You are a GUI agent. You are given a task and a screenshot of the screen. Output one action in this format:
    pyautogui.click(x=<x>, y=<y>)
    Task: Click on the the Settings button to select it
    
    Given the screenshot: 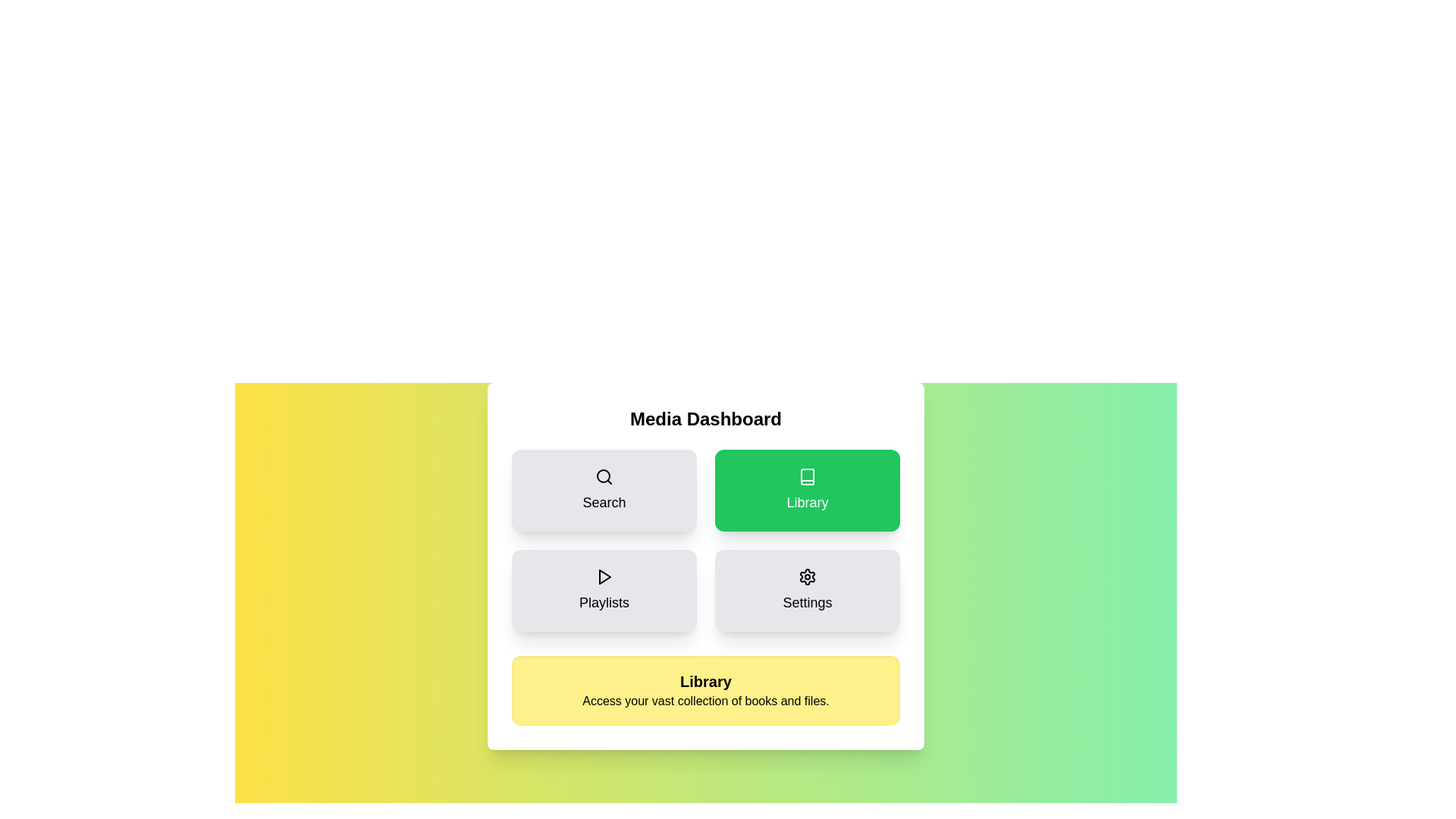 What is the action you would take?
    pyautogui.click(x=807, y=590)
    